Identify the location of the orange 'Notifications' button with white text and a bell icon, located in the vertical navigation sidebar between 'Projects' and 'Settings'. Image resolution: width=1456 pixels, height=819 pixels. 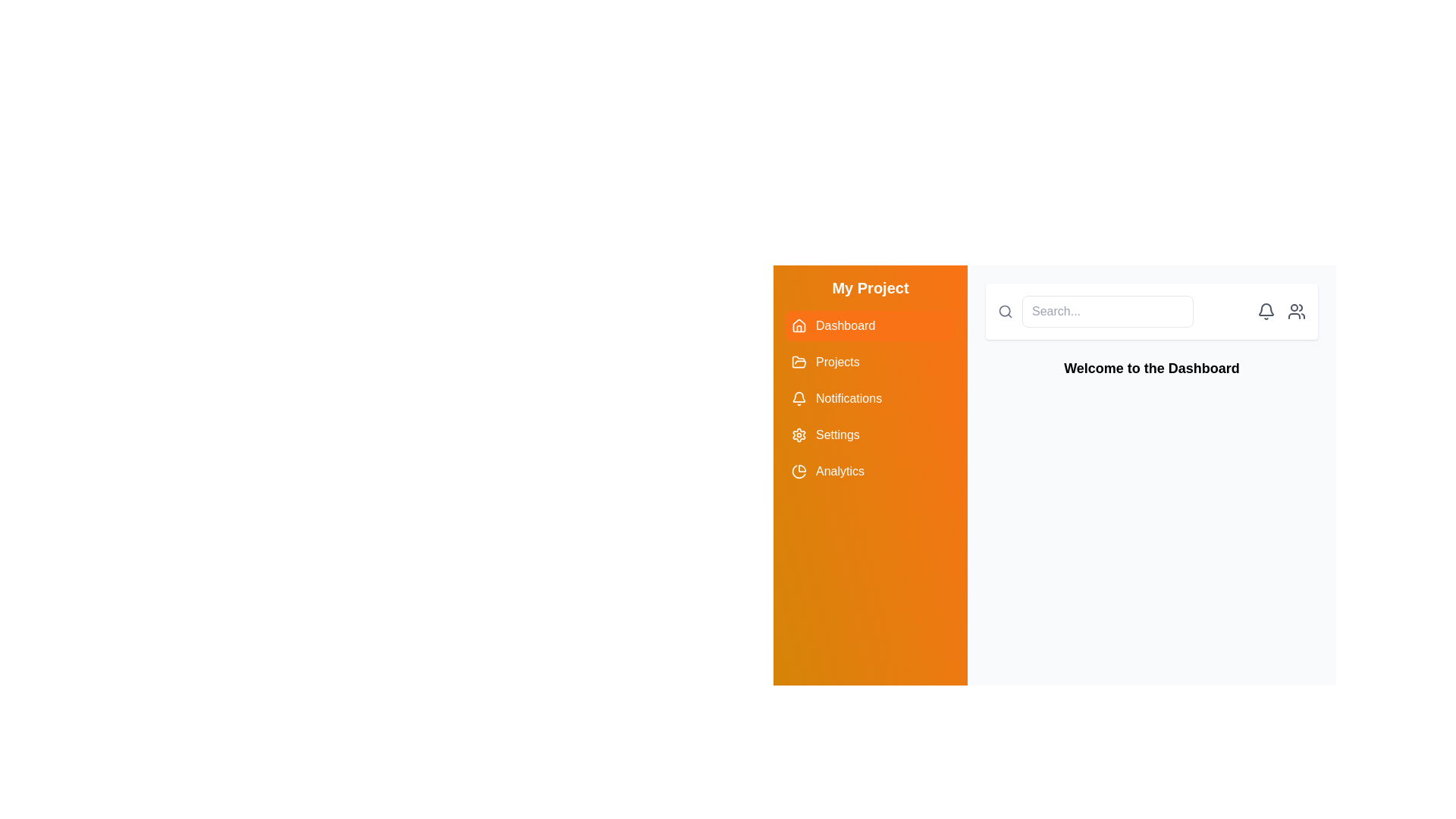
(870, 397).